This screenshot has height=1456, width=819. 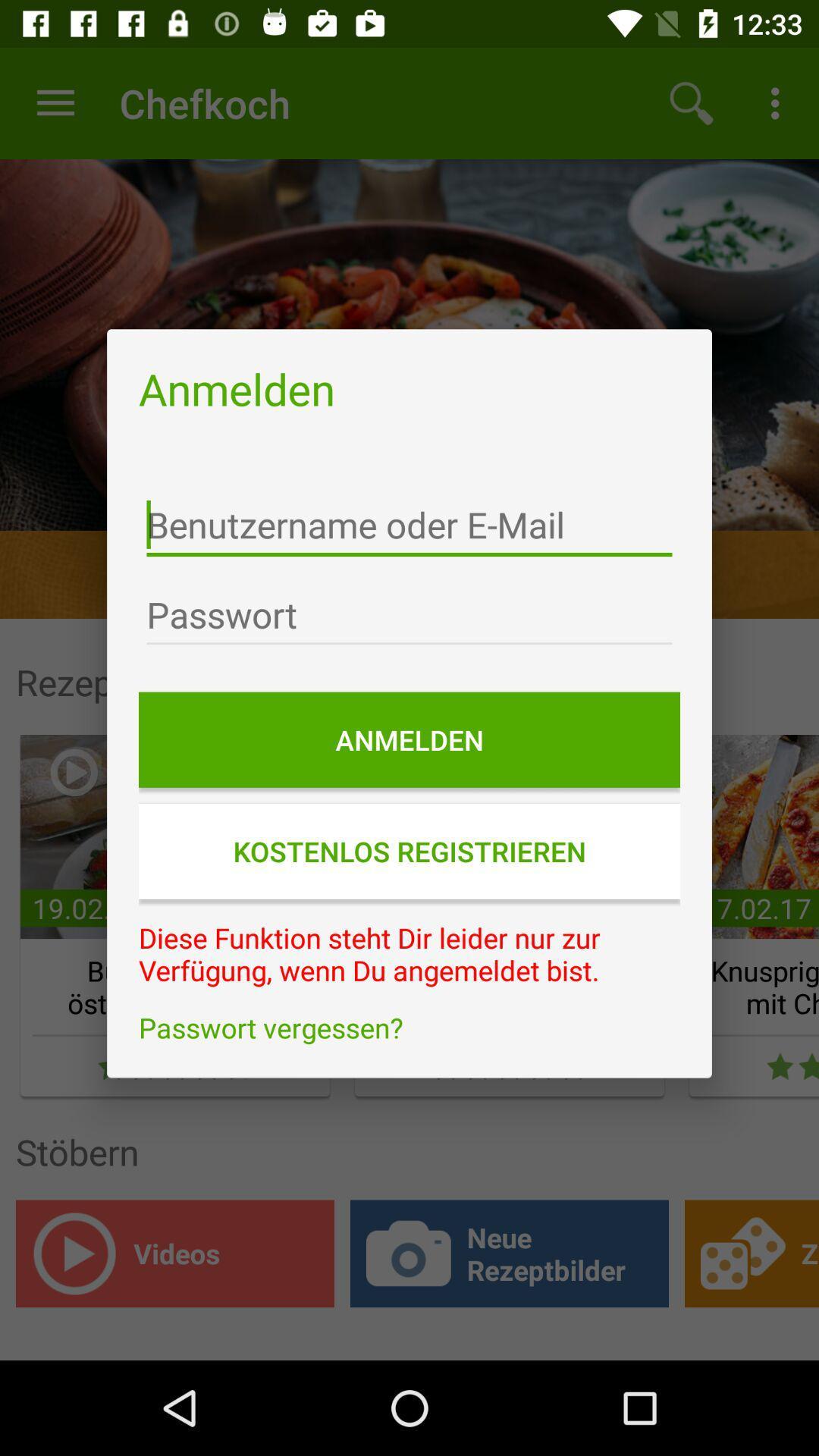 I want to click on kostenlos registrieren item, so click(x=409, y=851).